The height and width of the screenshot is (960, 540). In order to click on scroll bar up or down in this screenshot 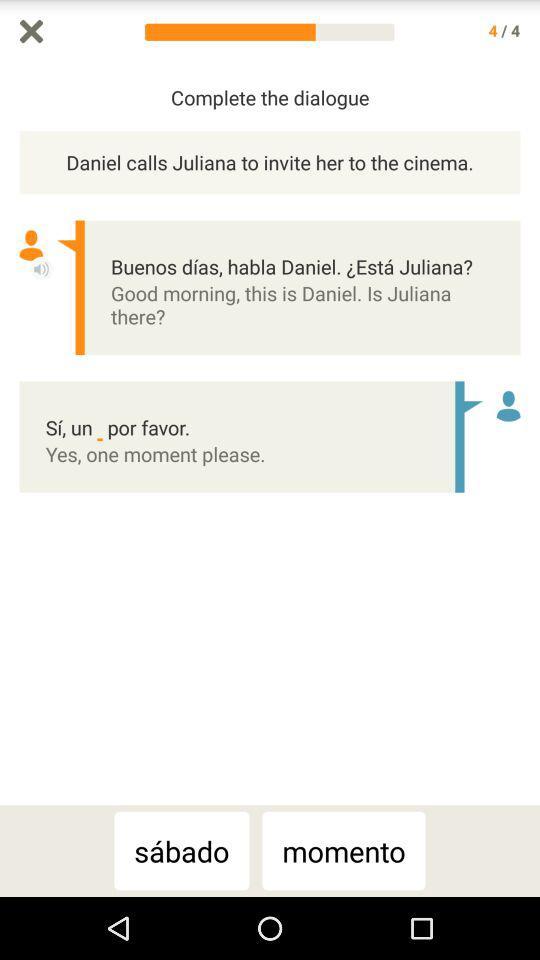, I will do `click(530, 434)`.